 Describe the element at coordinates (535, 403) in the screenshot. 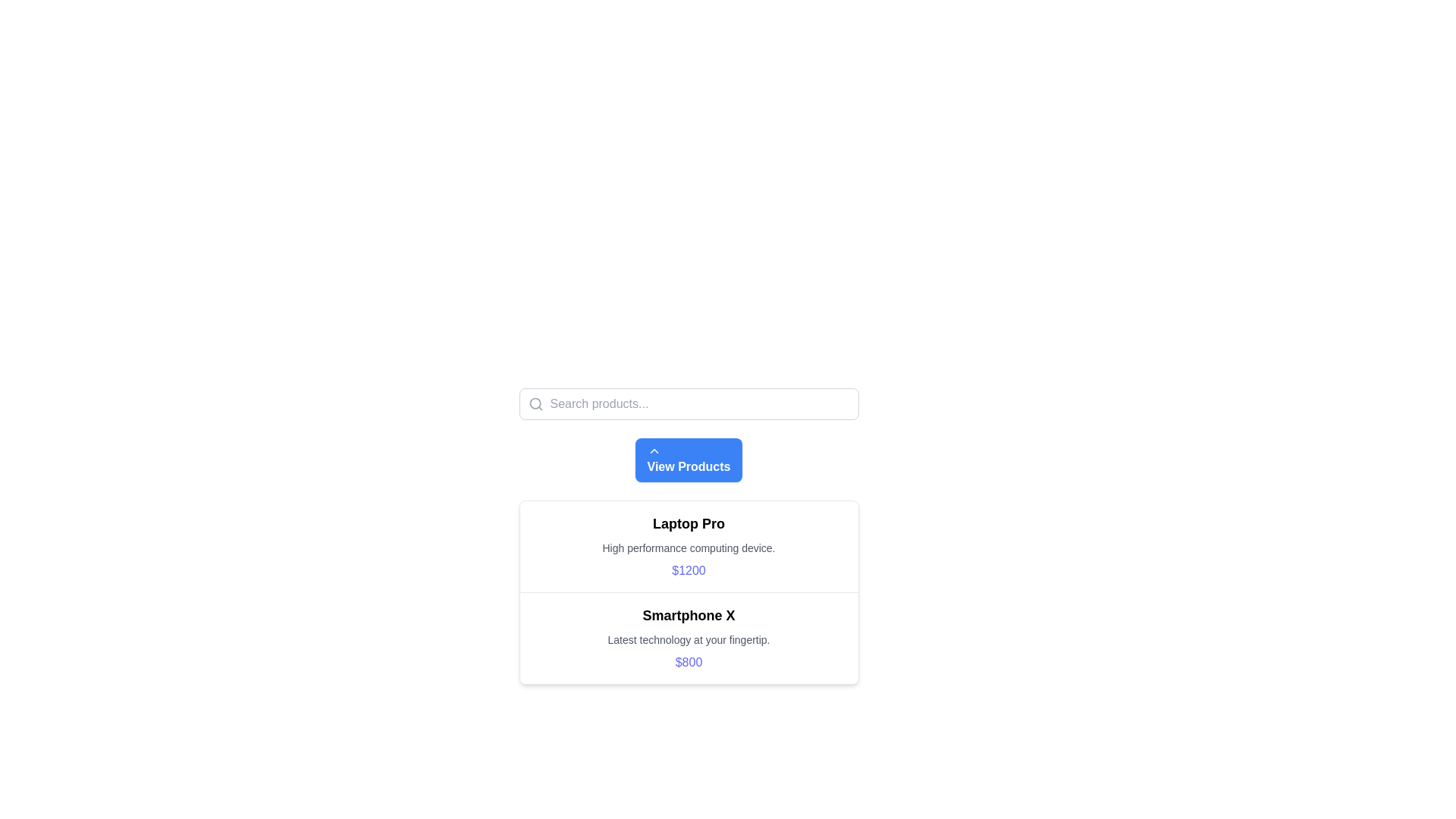

I see `the circular magnifying glass icon, which is styled with a minimalistic black outline and is positioned within the user input field at the top center of the page, serving as a visual cue for the search functionality` at that location.